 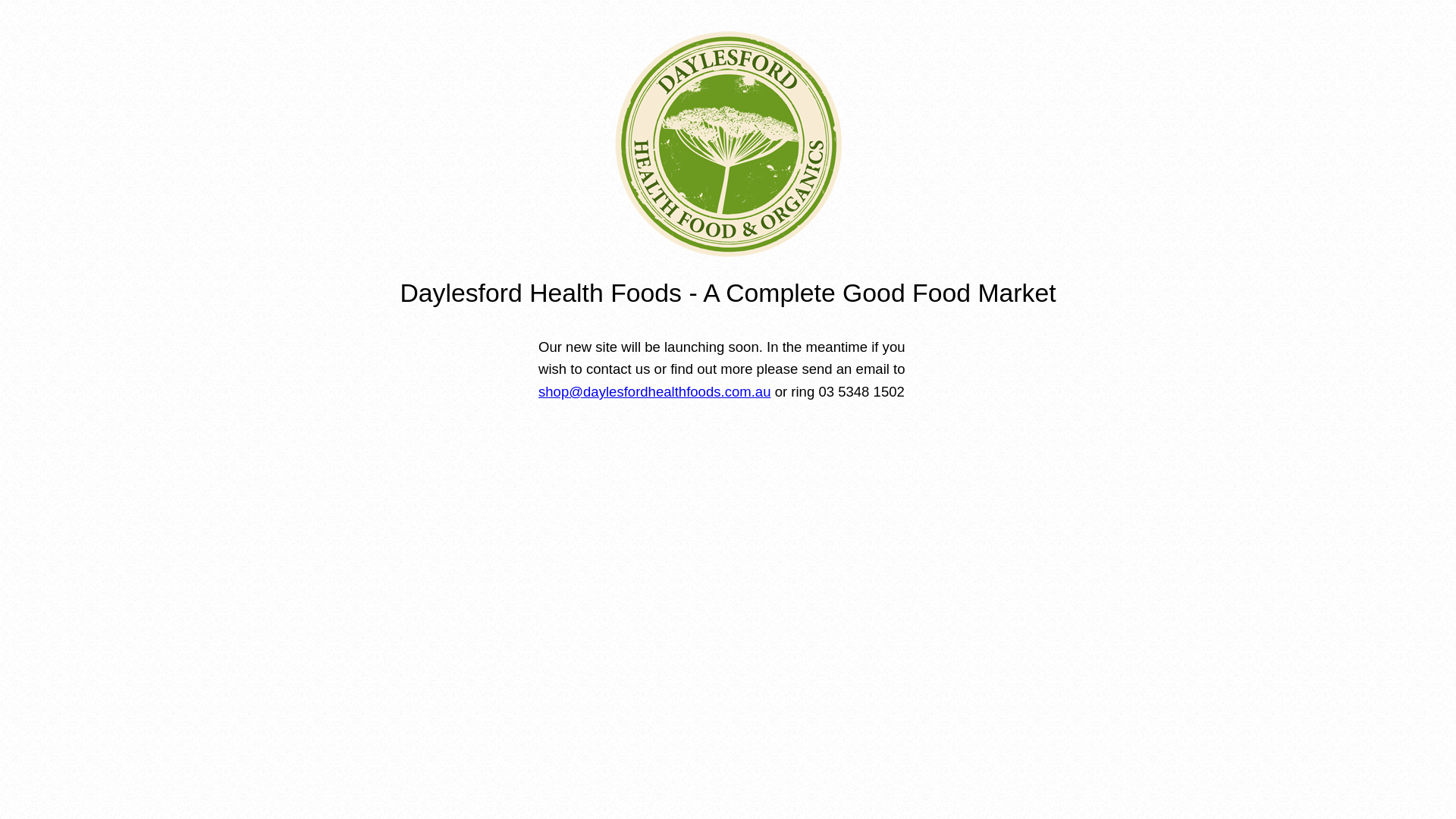 What do you see at coordinates (654, 391) in the screenshot?
I see `'shop@daylesfordhealthfoods.com.au'` at bounding box center [654, 391].